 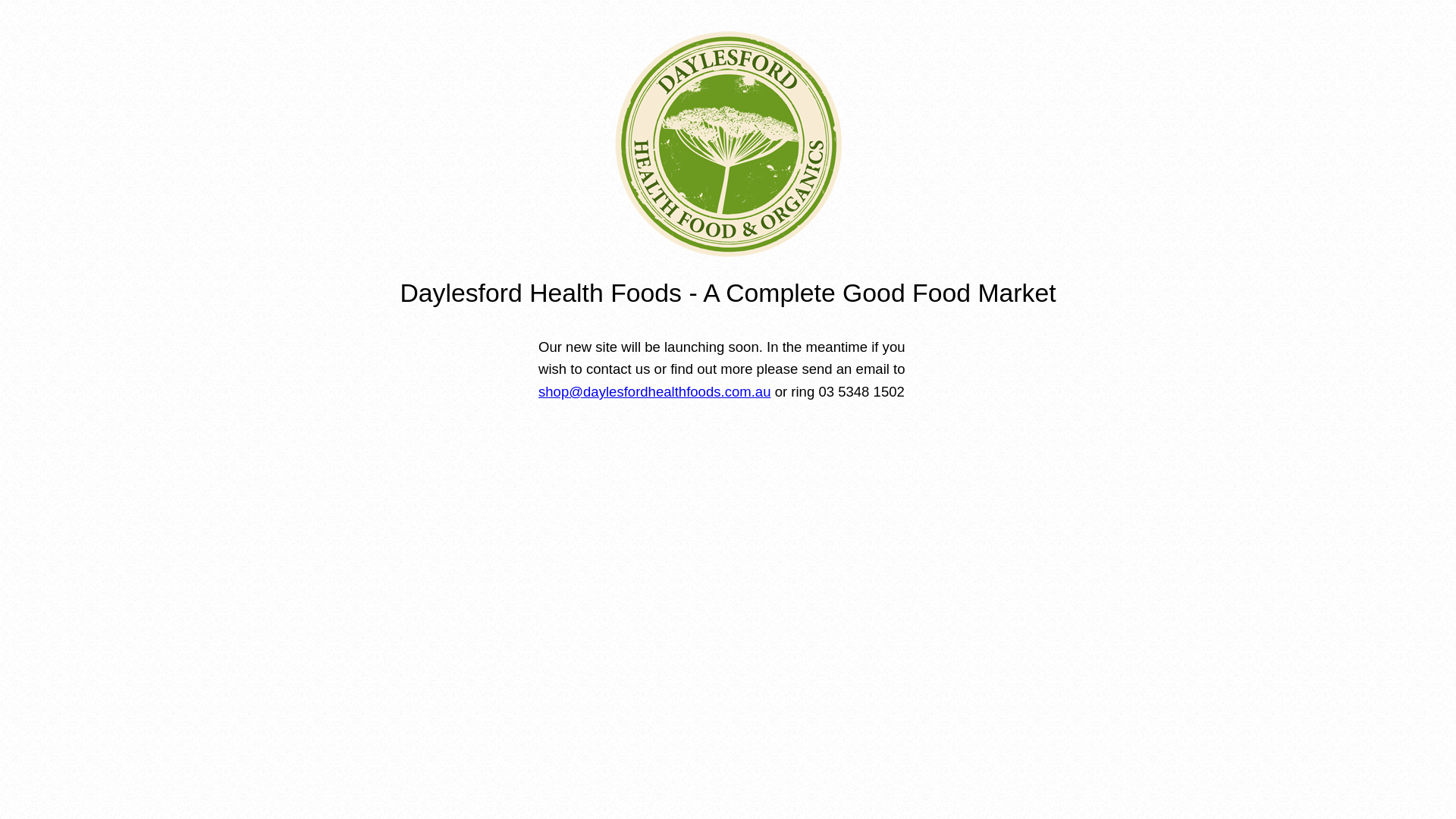 What do you see at coordinates (654, 391) in the screenshot?
I see `'shop@daylesfordhealthfoods.com.au'` at bounding box center [654, 391].